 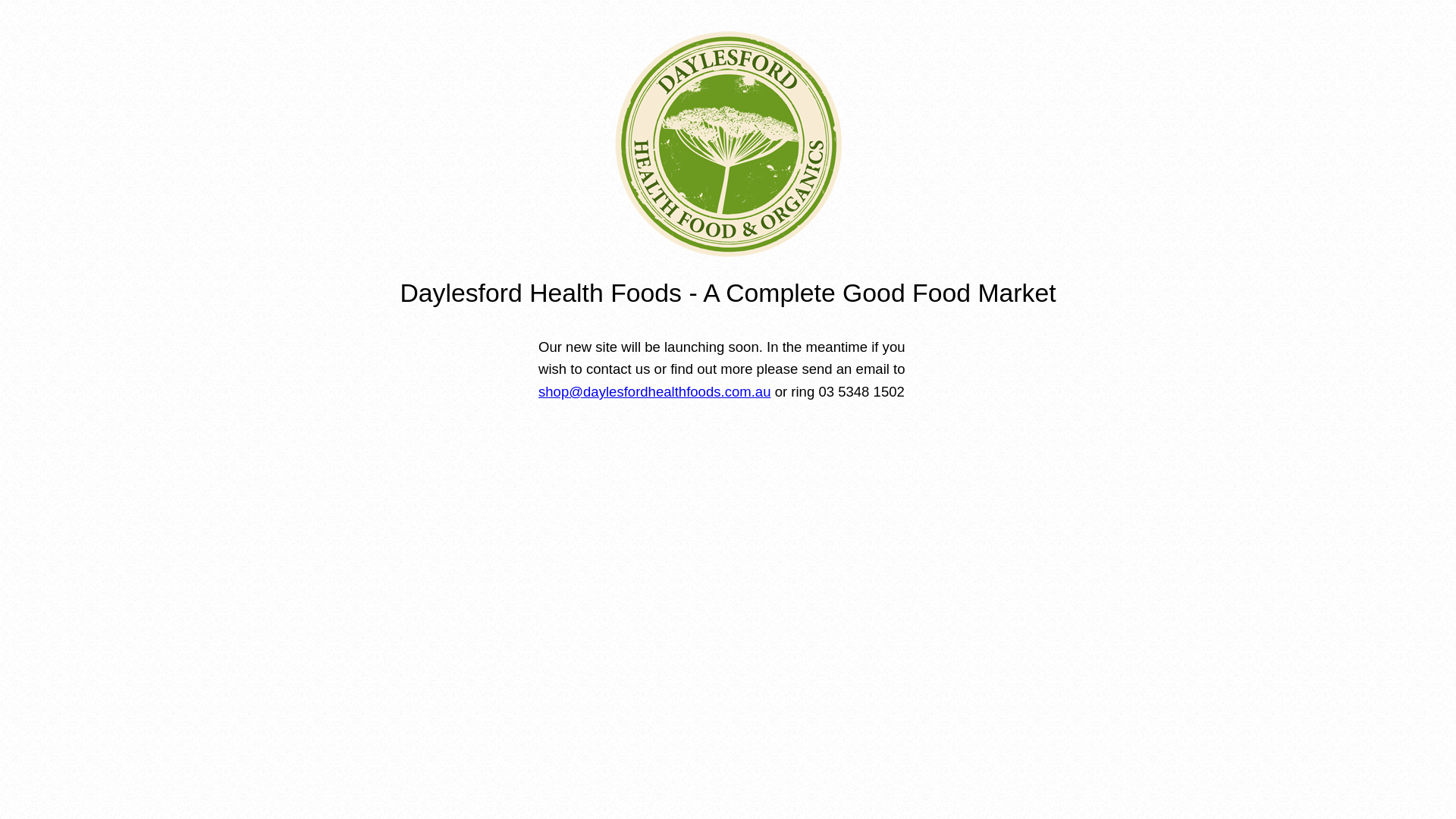 What do you see at coordinates (654, 391) in the screenshot?
I see `'shop@daylesfordhealthfoods.com.au'` at bounding box center [654, 391].